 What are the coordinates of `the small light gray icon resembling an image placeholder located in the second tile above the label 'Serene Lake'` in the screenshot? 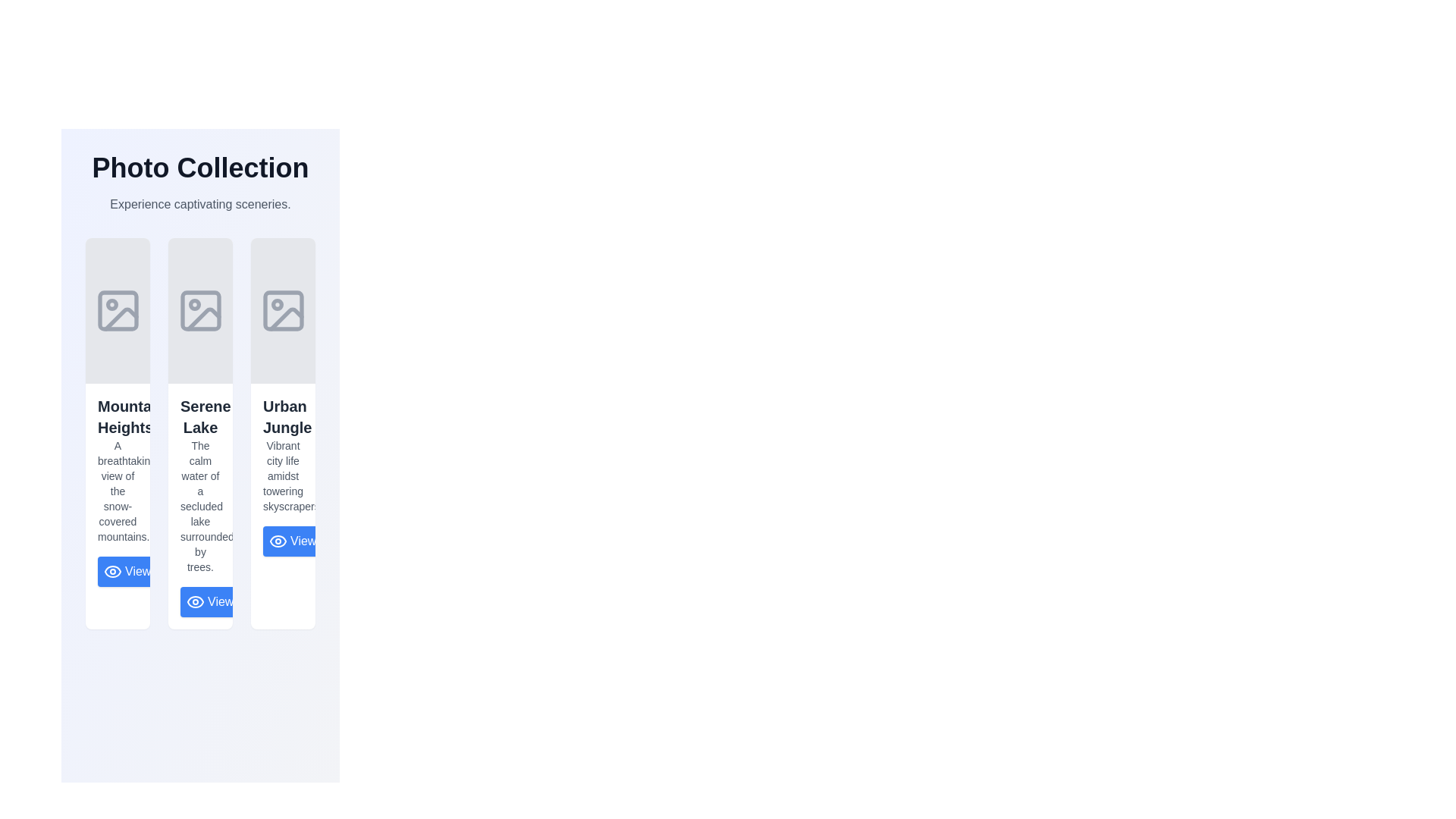 It's located at (199, 309).